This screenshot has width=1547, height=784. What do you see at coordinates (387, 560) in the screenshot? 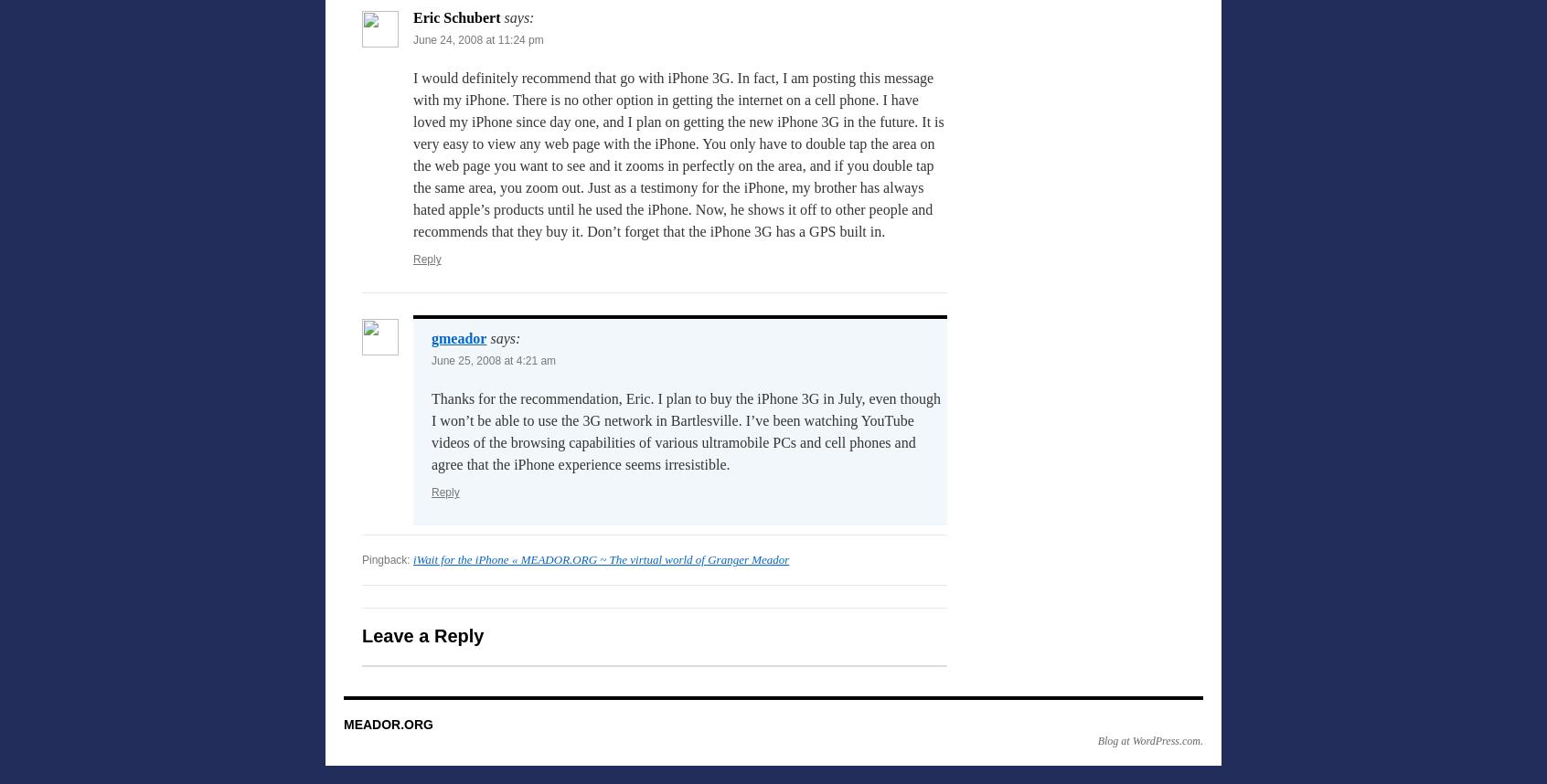
I see `'Pingback:'` at bounding box center [387, 560].